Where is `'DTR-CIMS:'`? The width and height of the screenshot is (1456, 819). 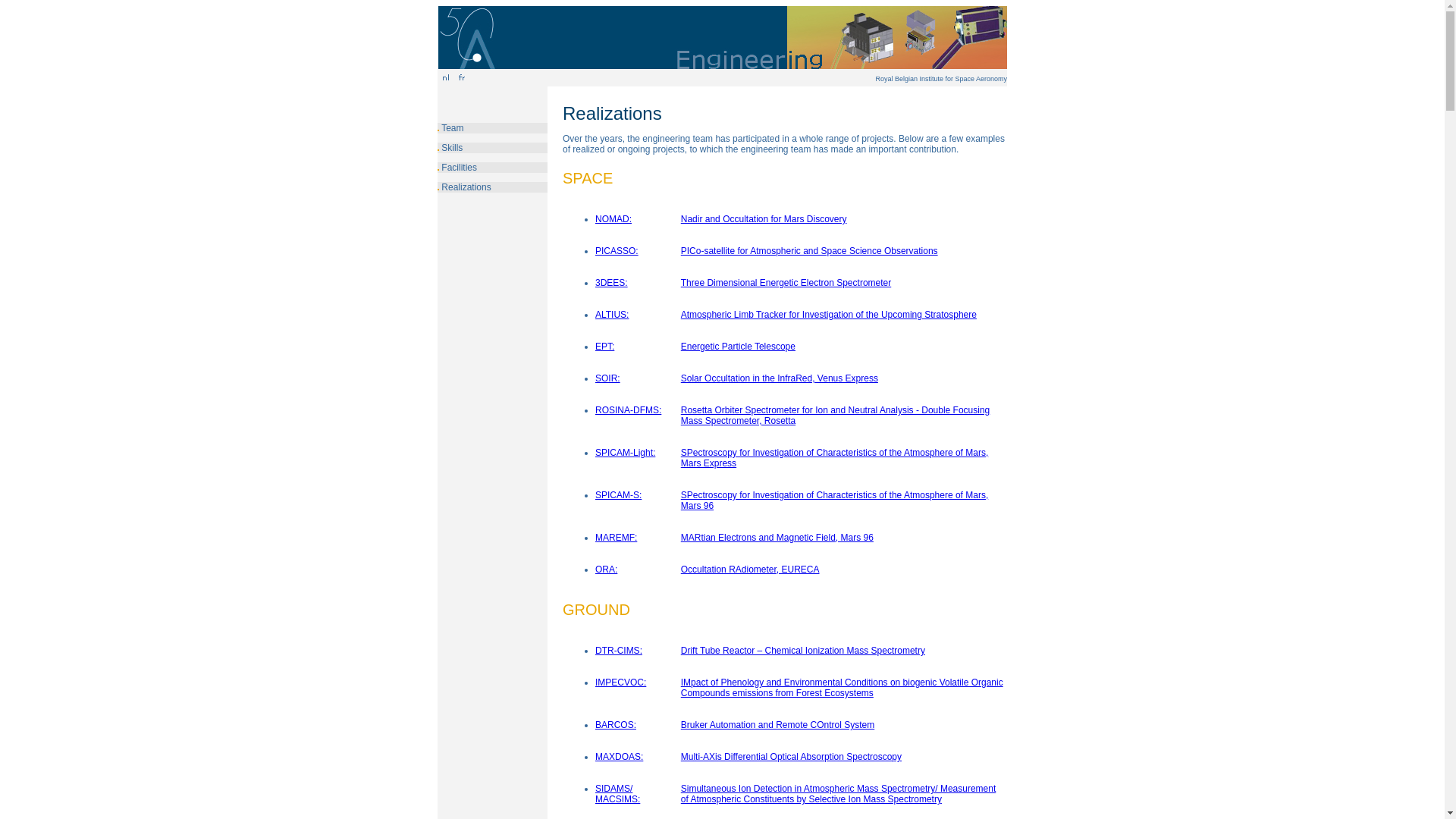
'DTR-CIMS:' is located at coordinates (595, 649).